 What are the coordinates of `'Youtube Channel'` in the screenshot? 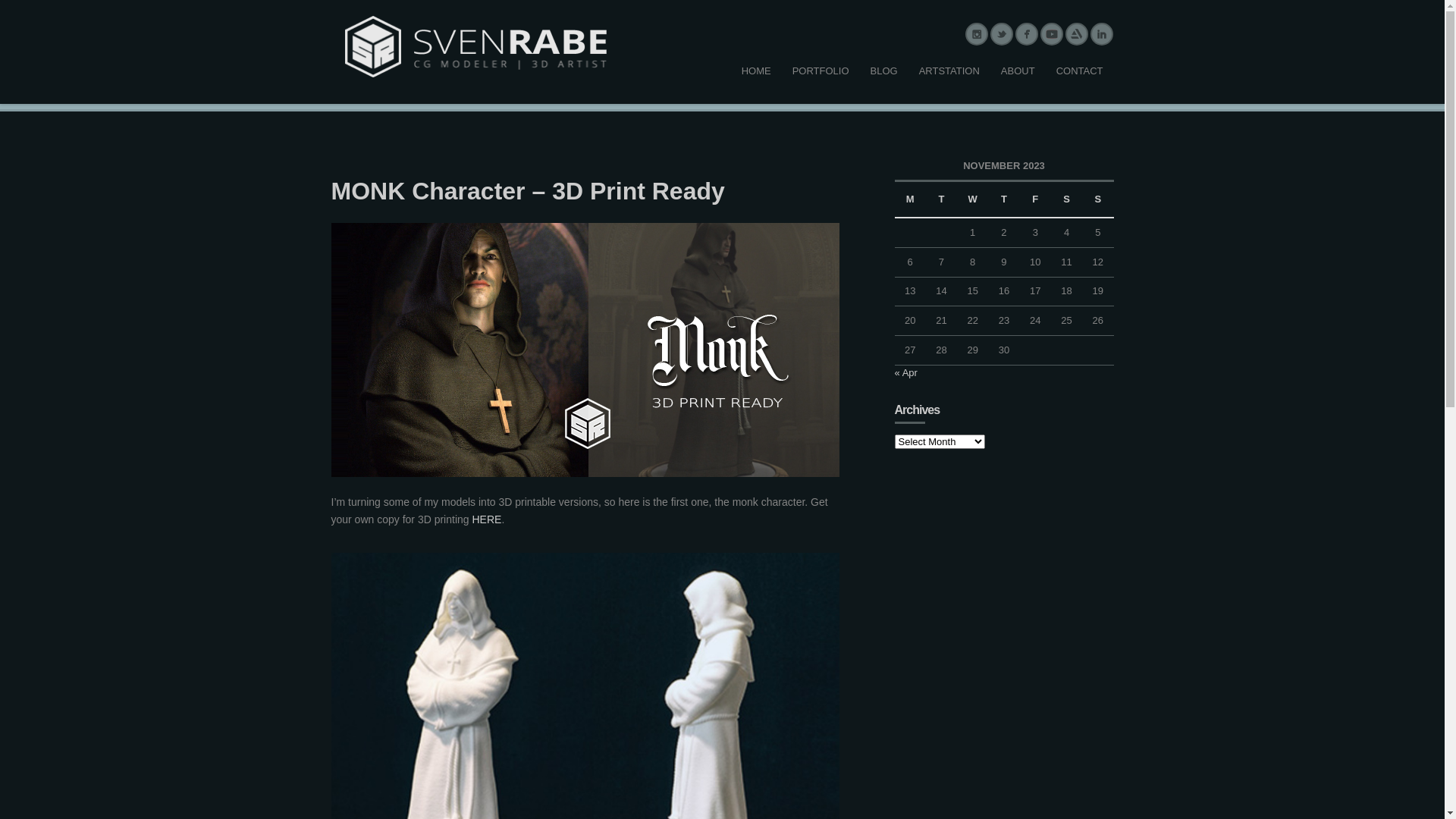 It's located at (1050, 34).